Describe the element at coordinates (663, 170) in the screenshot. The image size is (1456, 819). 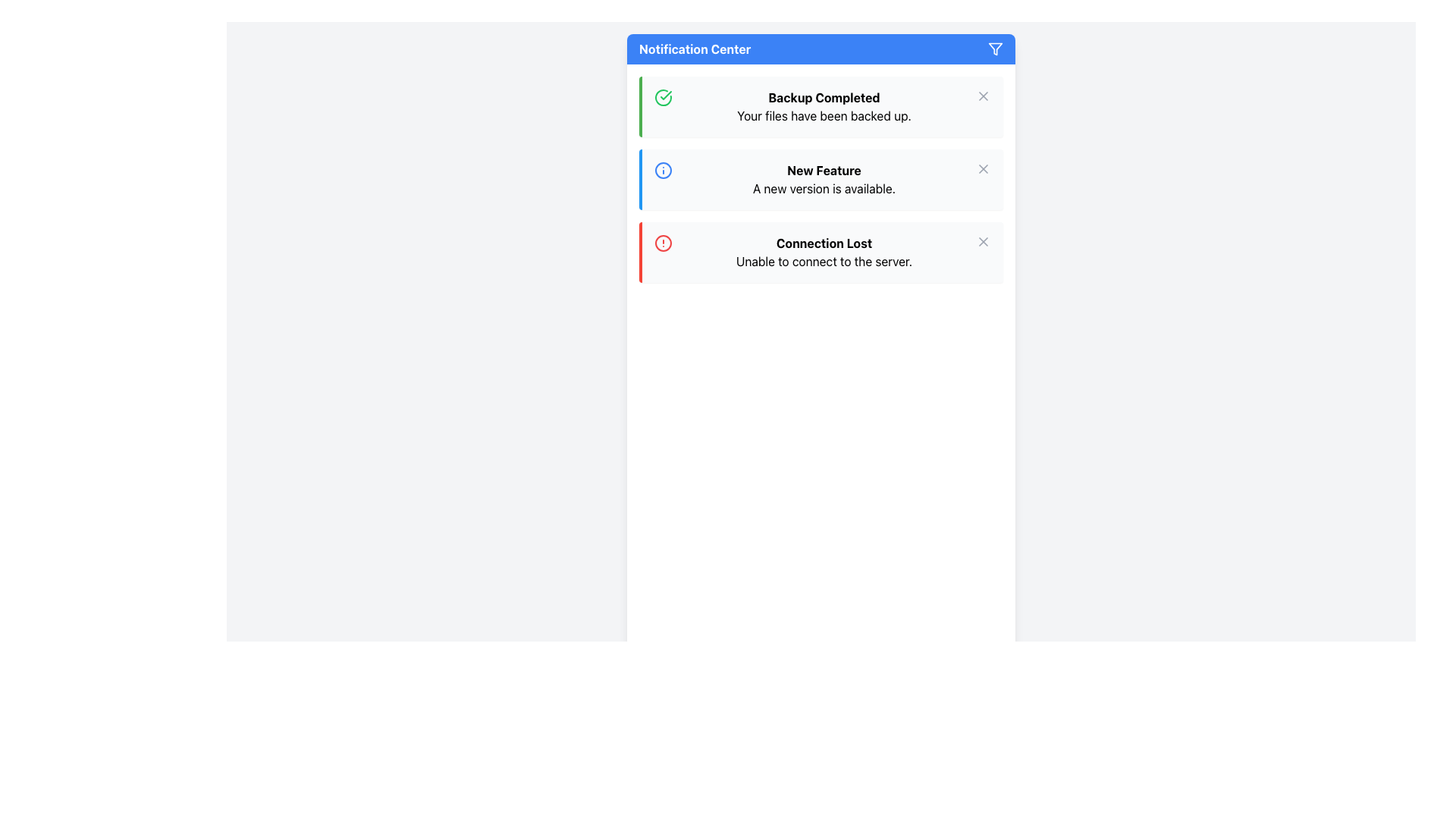
I see `the icon representing the 'New Feature' notification located in the left section of the second notification entry in the notification panel` at that location.